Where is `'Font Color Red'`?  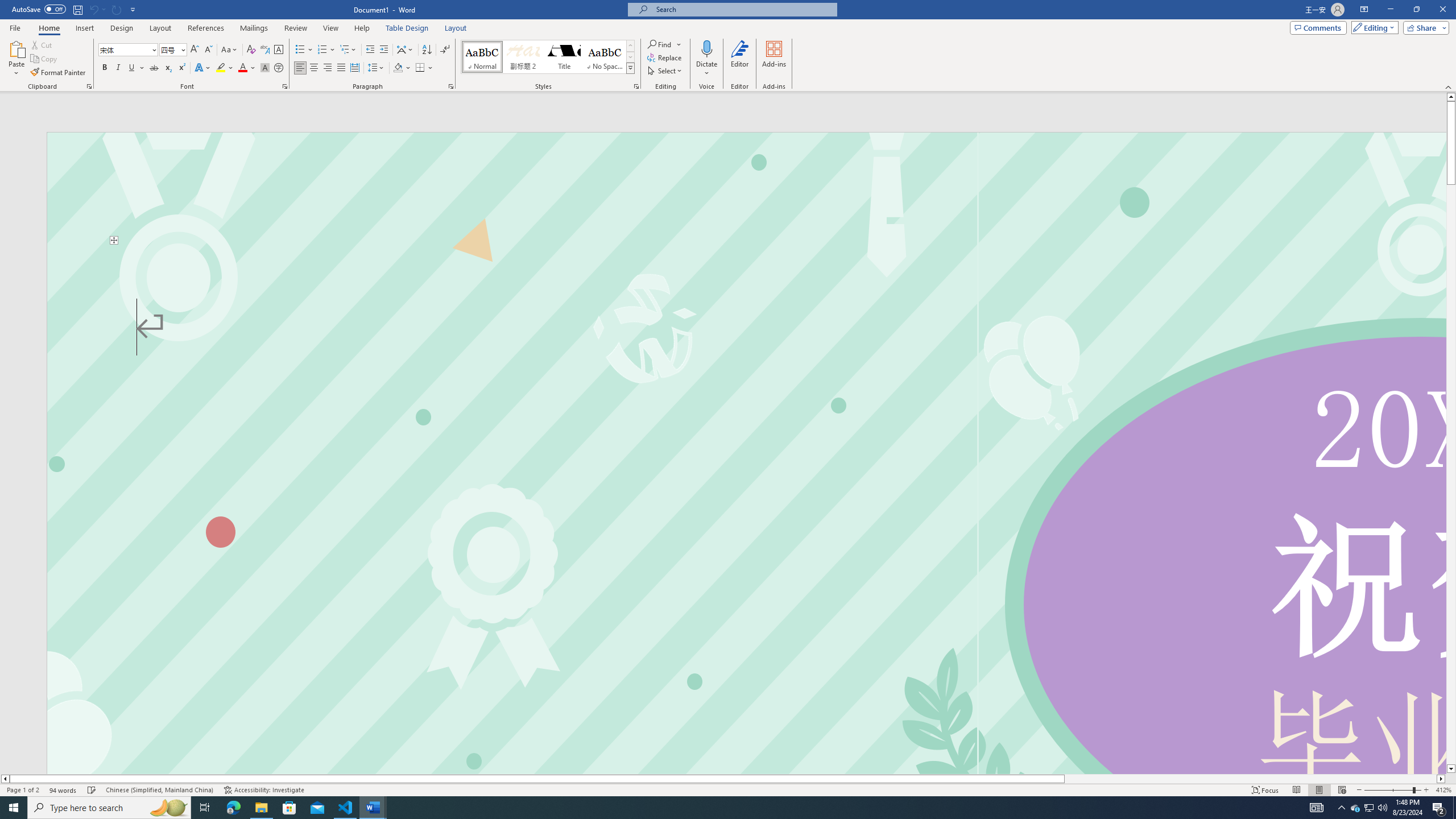 'Font Color Red' is located at coordinates (242, 67).